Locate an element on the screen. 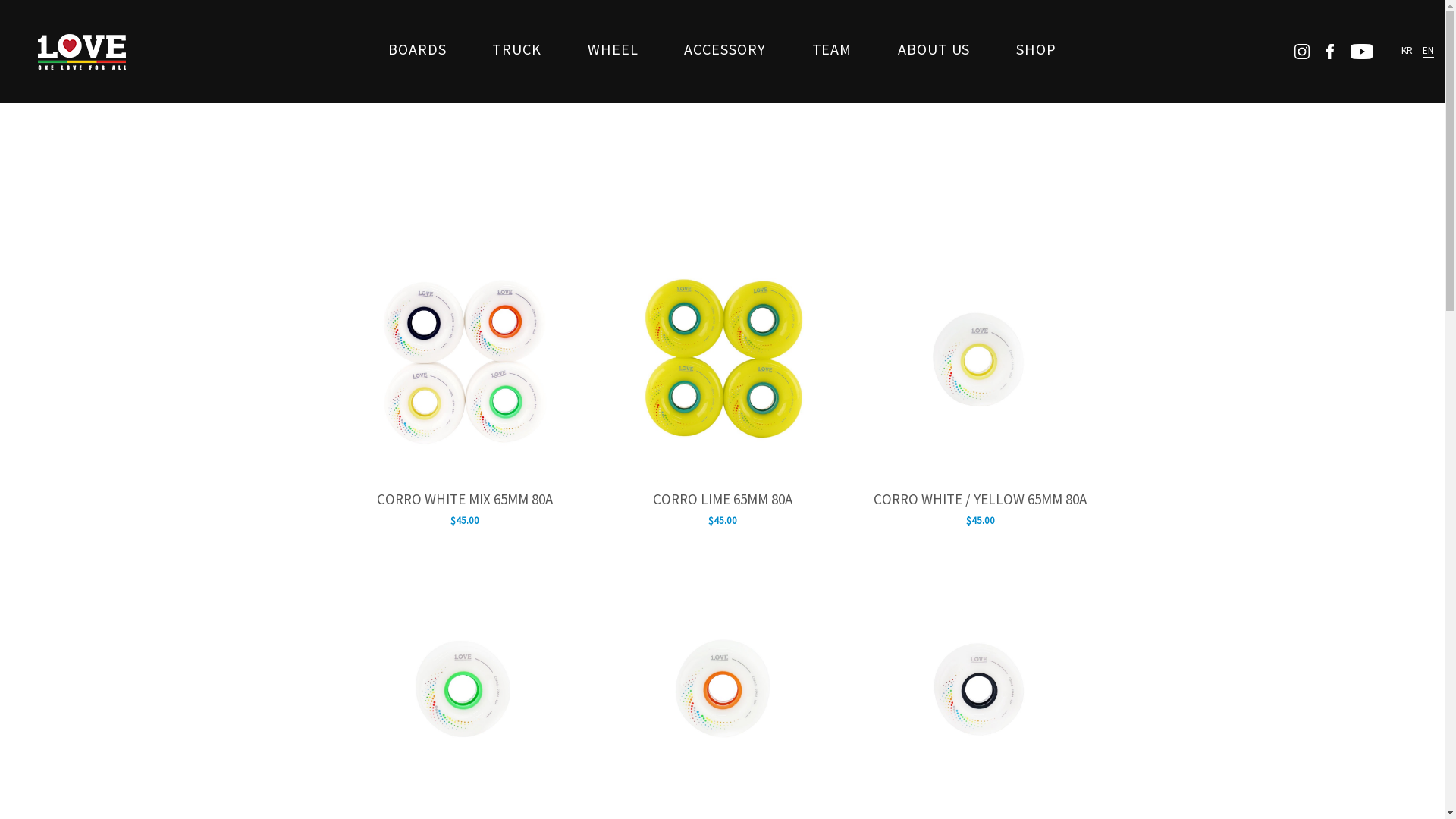  '1LOVEBOARDS' is located at coordinates (81, 50).